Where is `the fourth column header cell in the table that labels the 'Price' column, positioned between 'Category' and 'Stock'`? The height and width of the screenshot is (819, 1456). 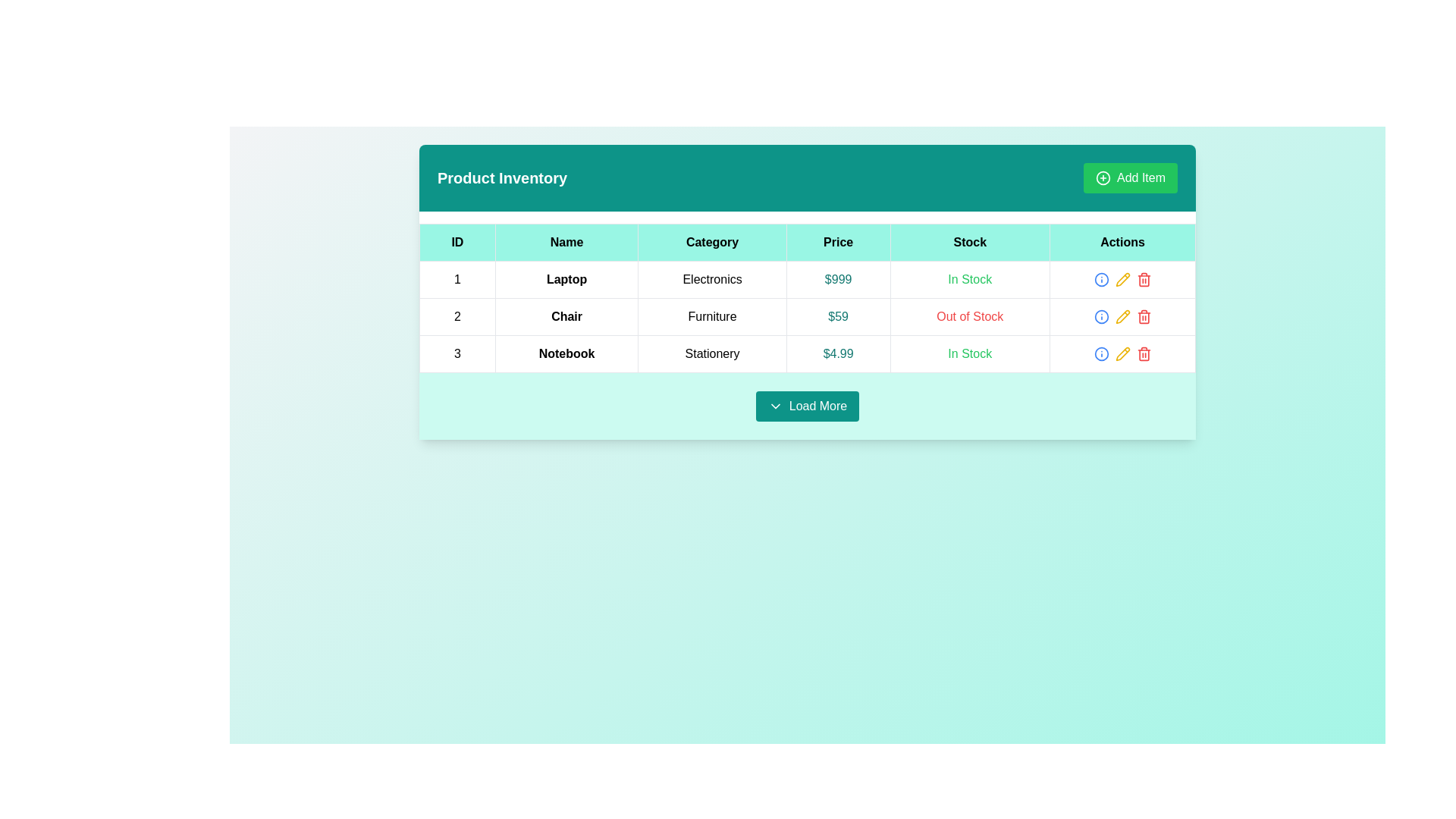 the fourth column header cell in the table that labels the 'Price' column, positioned between 'Category' and 'Stock' is located at coordinates (837, 242).